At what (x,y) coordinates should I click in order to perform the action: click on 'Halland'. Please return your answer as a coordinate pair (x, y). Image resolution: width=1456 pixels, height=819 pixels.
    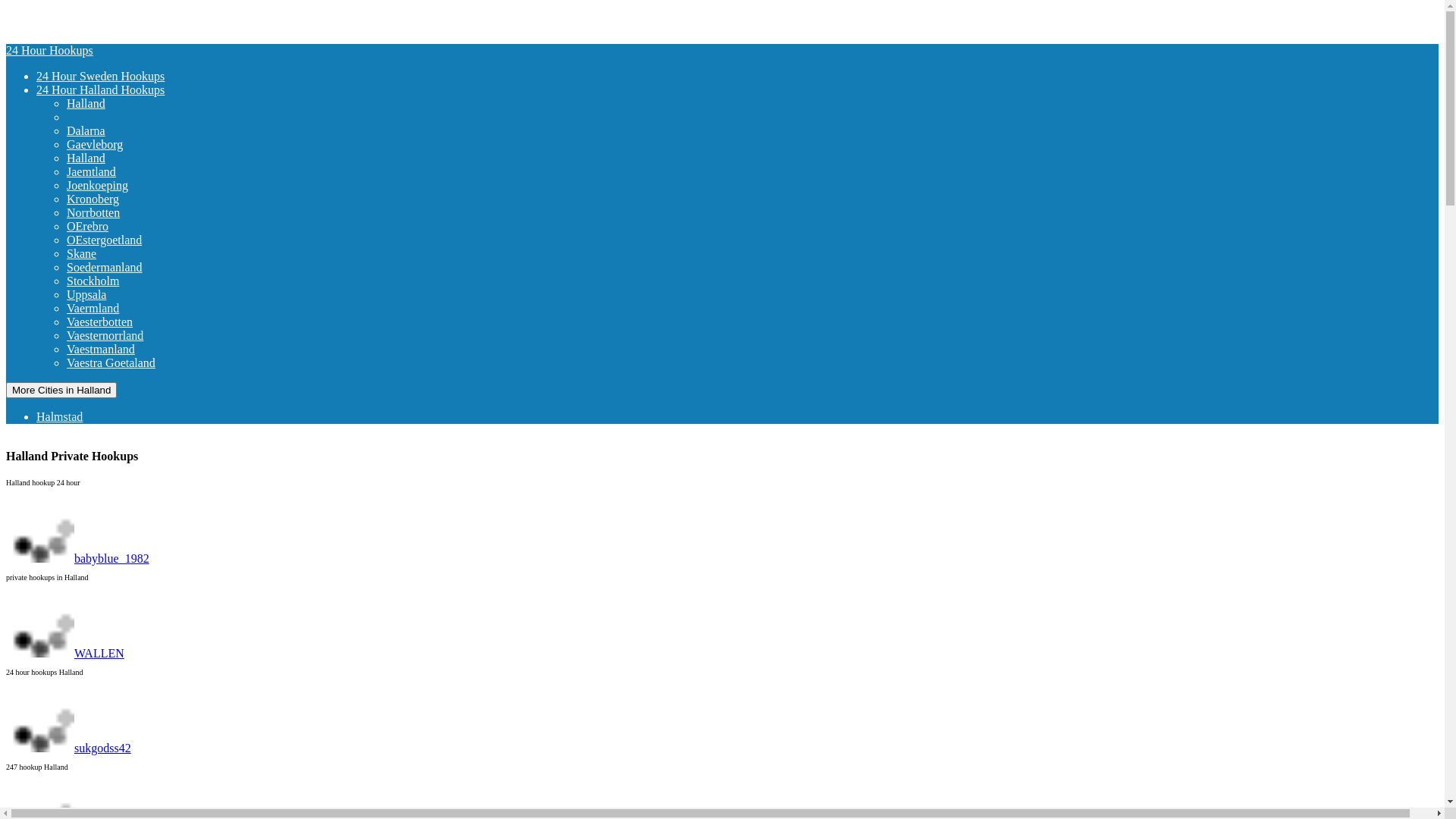
    Looking at the image, I should click on (111, 158).